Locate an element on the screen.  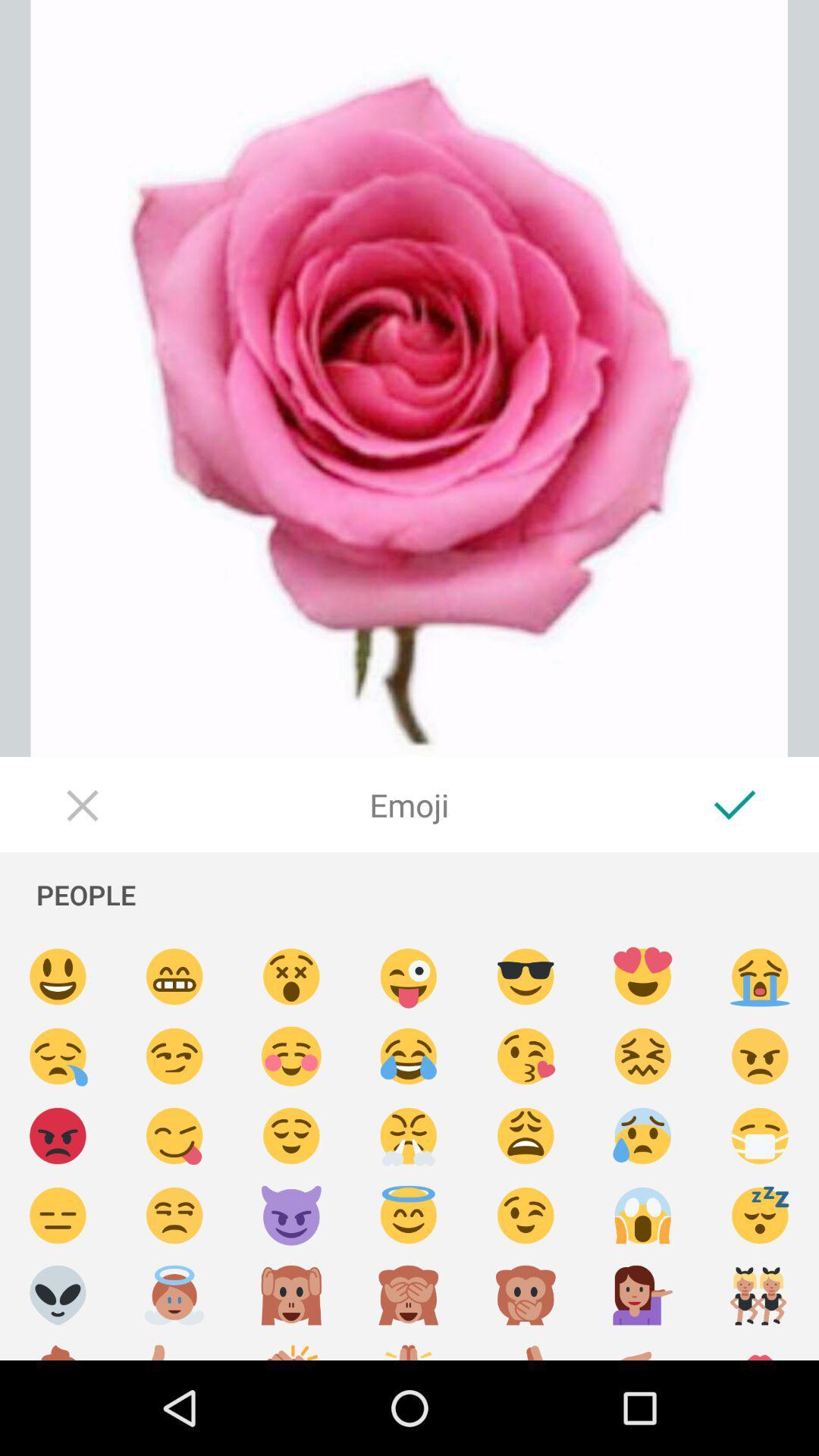
use the kissing emoji is located at coordinates (525, 1056).